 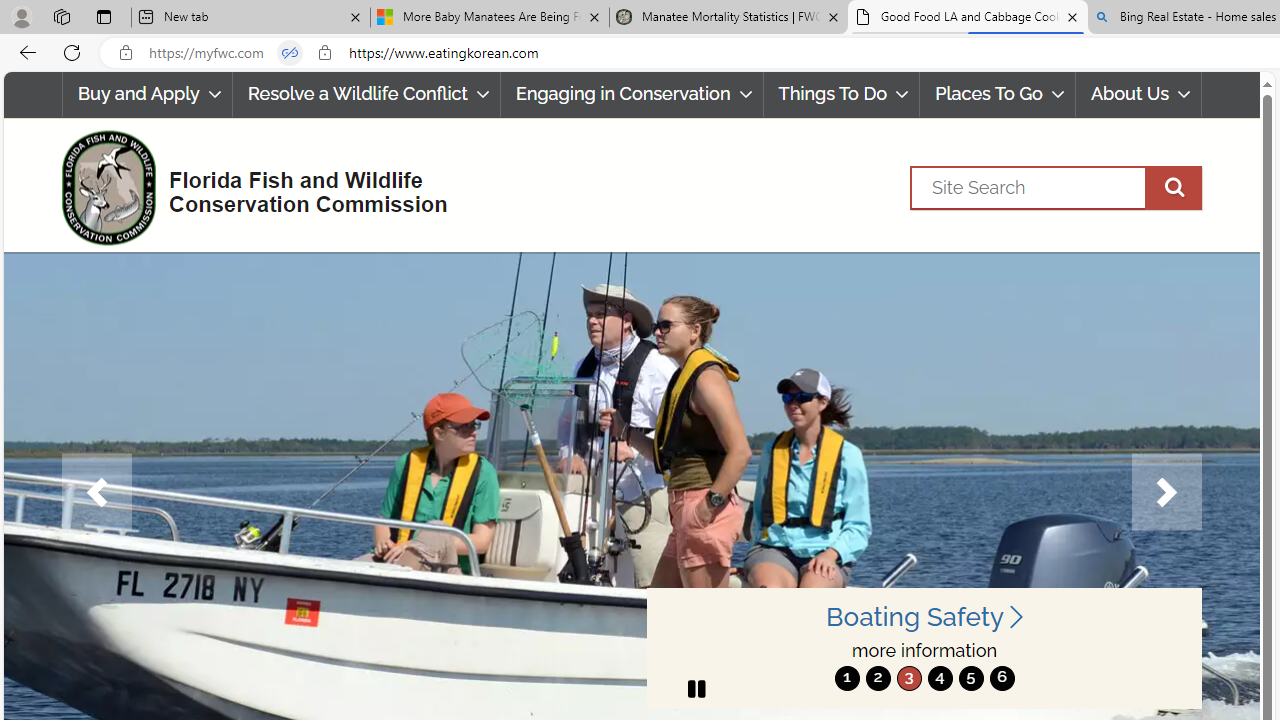 I want to click on '4', so click(x=939, y=677).